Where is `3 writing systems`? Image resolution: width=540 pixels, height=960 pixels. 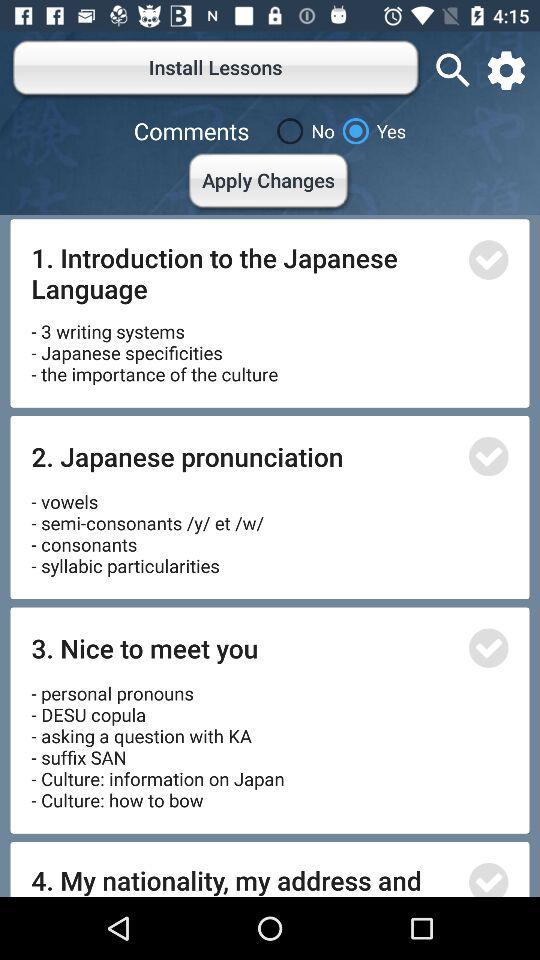 3 writing systems is located at coordinates (153, 346).